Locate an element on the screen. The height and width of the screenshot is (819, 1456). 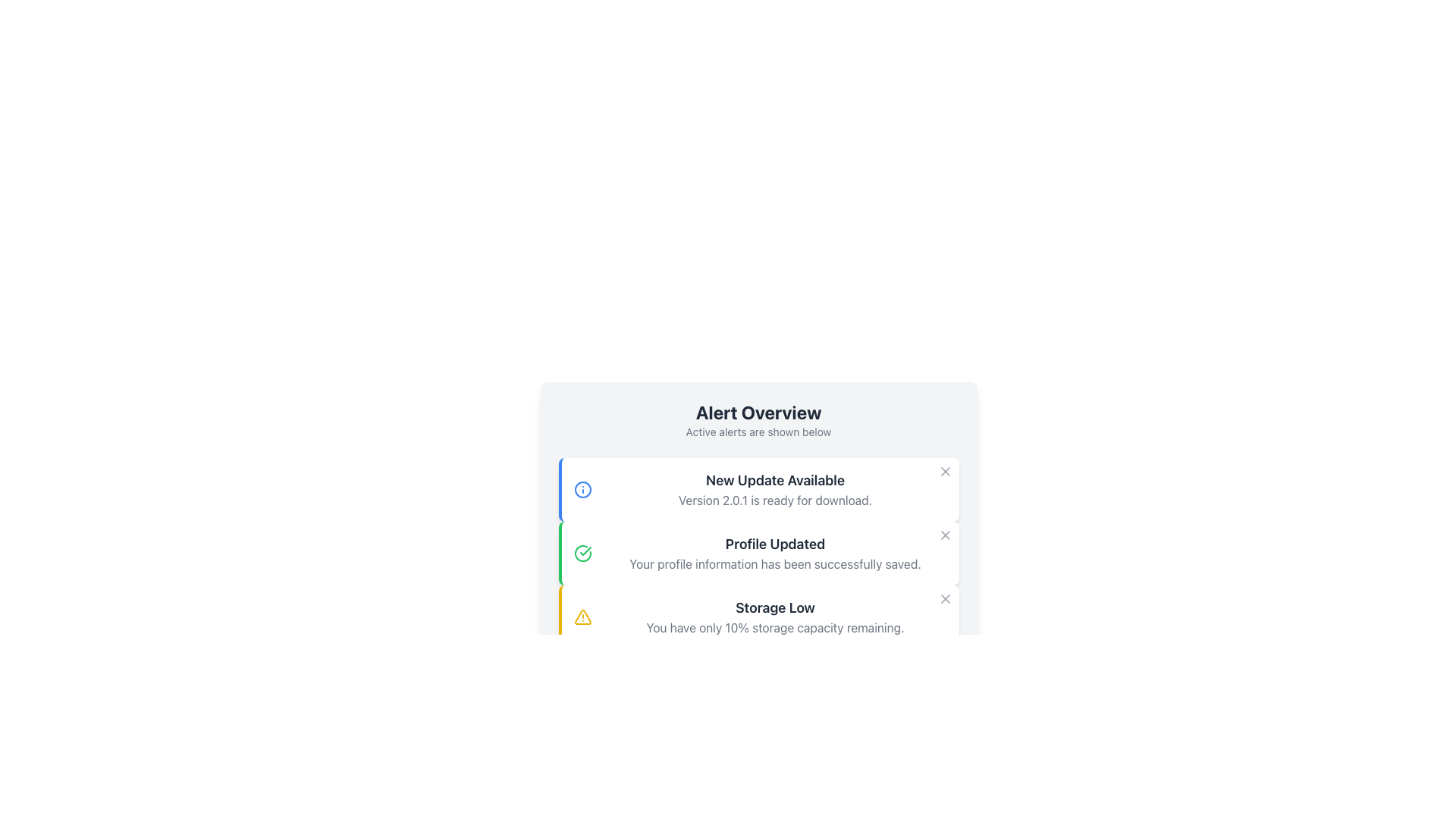
the Header Section that provides context about the active alerts, positioned at the top of the alert section is located at coordinates (758, 420).